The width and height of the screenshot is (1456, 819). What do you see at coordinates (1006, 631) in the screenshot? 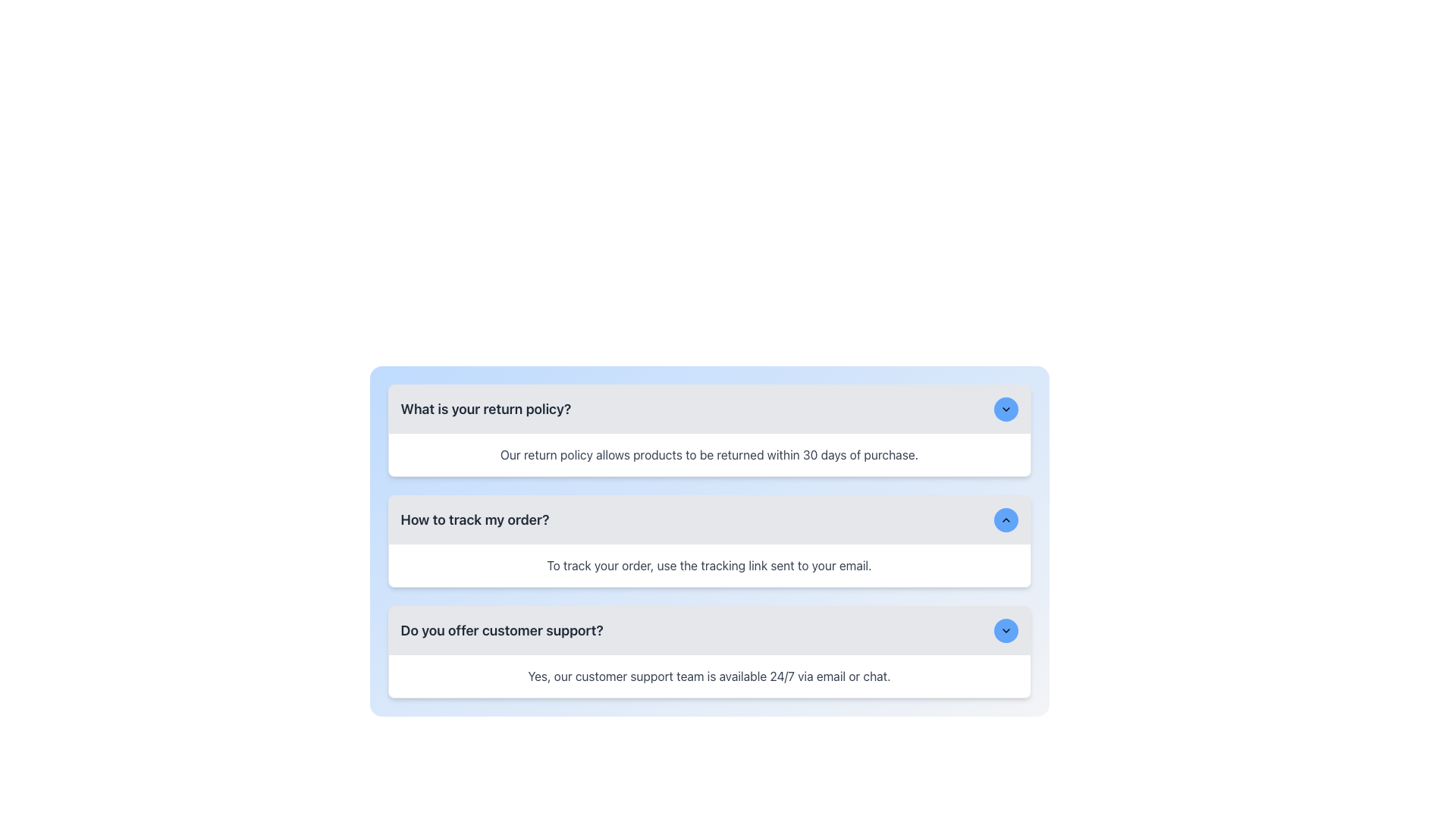
I see `the circular blue button with a downward-pointing chevron icon at its center` at bounding box center [1006, 631].